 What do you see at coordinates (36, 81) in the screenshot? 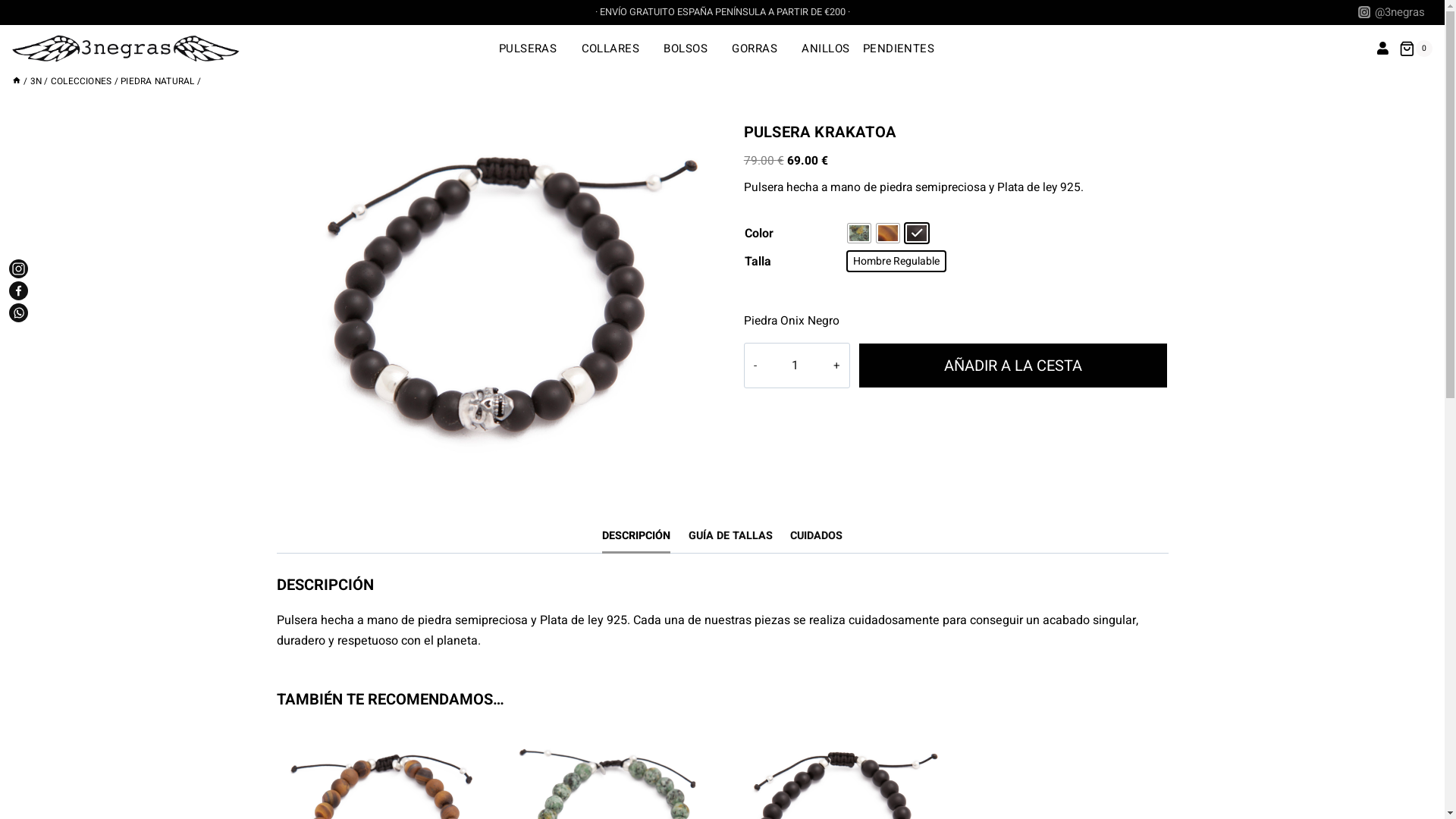
I see `'3N'` at bounding box center [36, 81].